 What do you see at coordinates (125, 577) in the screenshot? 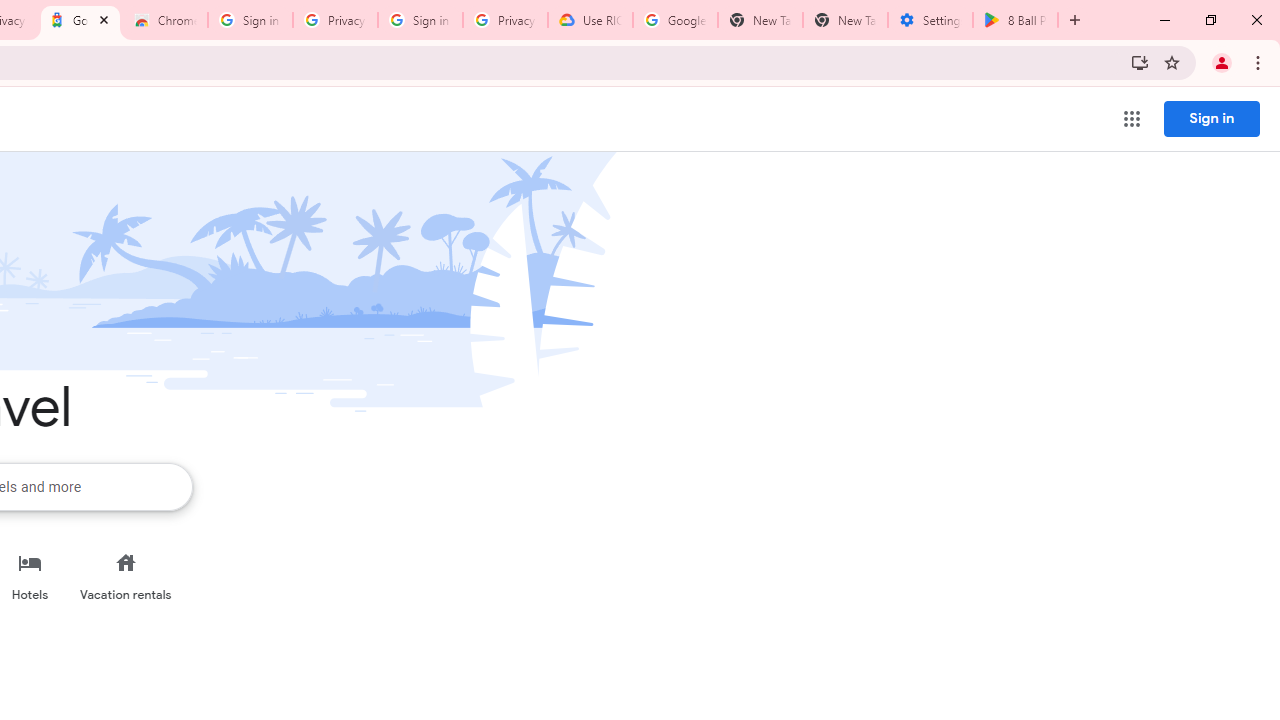
I see `'Vacation rentals'` at bounding box center [125, 577].